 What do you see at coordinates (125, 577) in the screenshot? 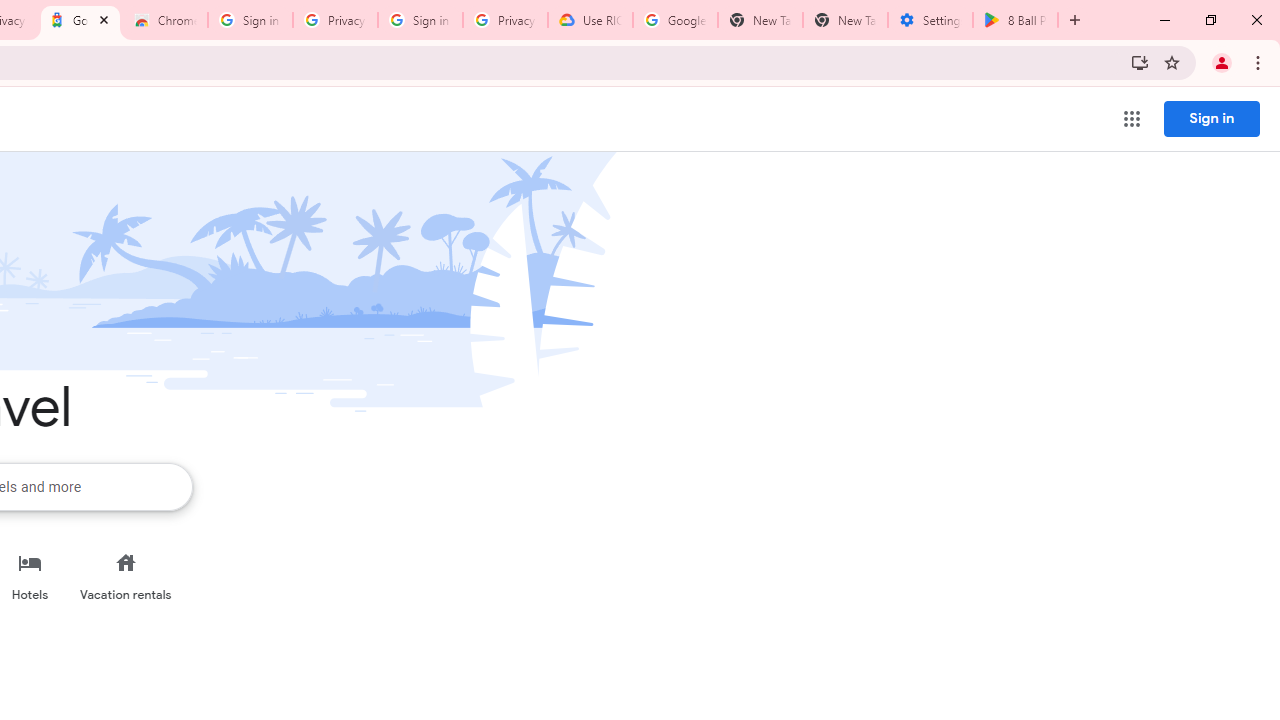
I see `'Vacation rentals'` at bounding box center [125, 577].